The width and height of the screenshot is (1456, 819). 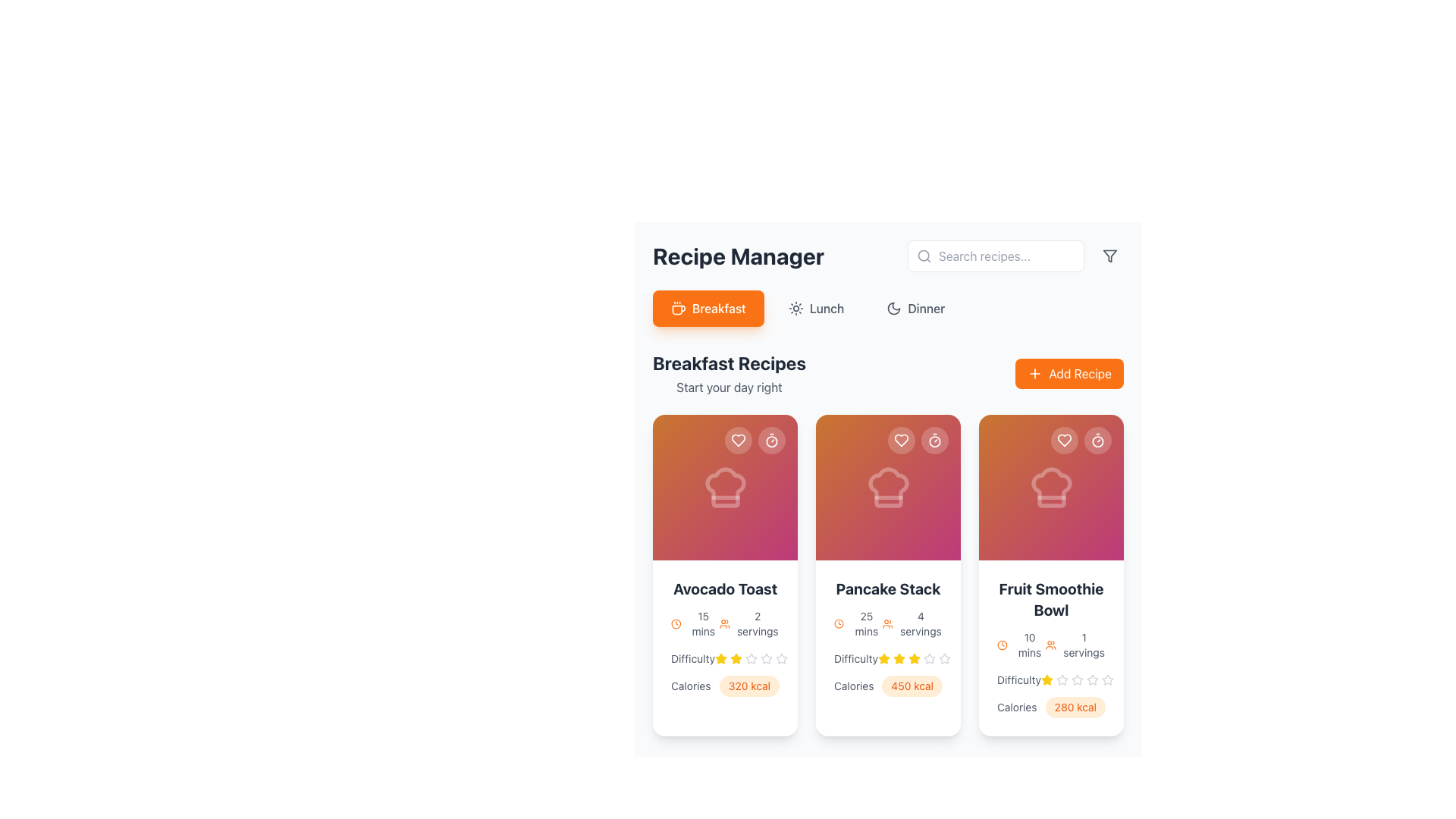 What do you see at coordinates (1110, 256) in the screenshot?
I see `the gray funnel icon, which represents a filtering mechanism` at bounding box center [1110, 256].